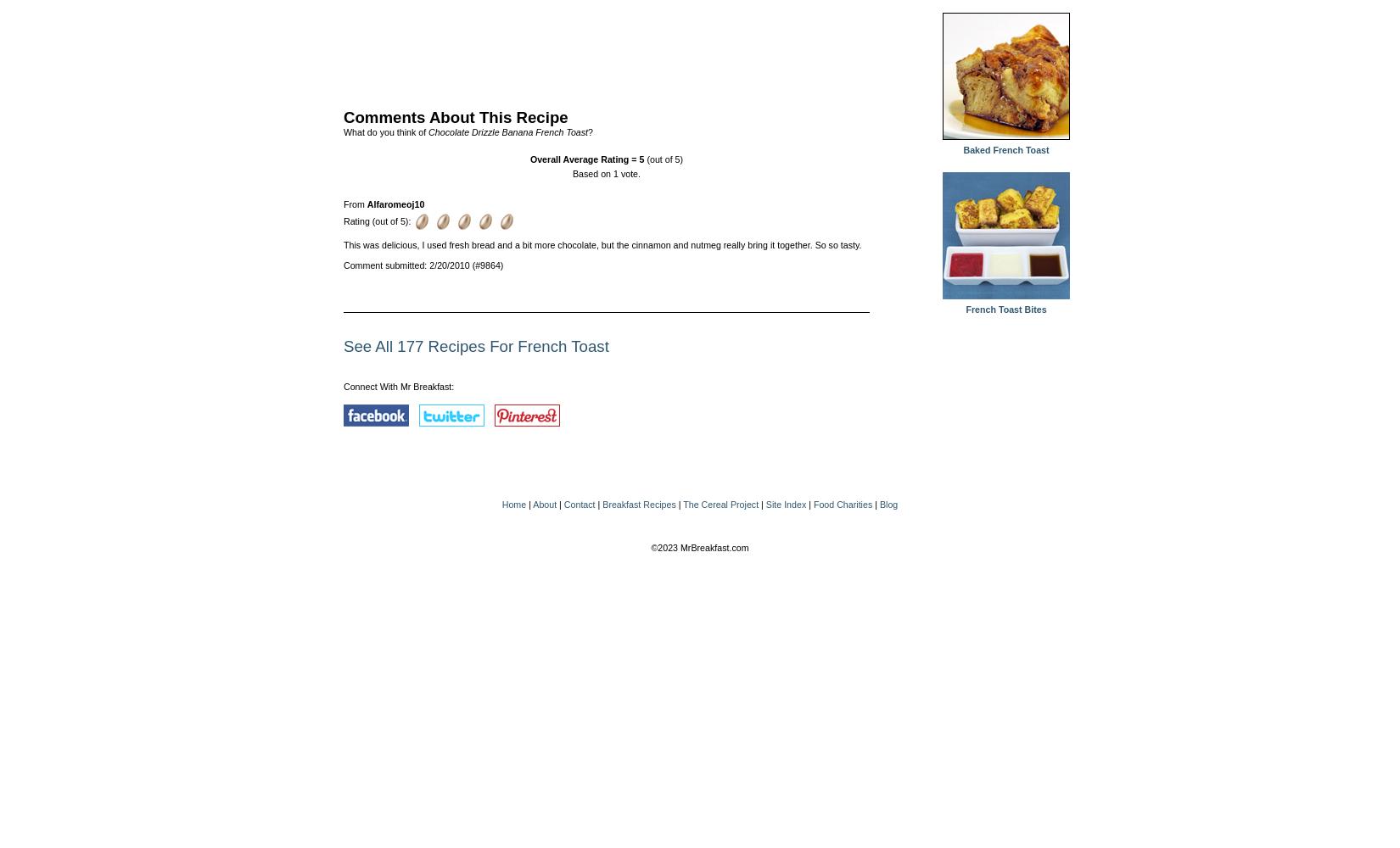 The image size is (1400, 848). Describe the element at coordinates (512, 504) in the screenshot. I see `'Home'` at that location.